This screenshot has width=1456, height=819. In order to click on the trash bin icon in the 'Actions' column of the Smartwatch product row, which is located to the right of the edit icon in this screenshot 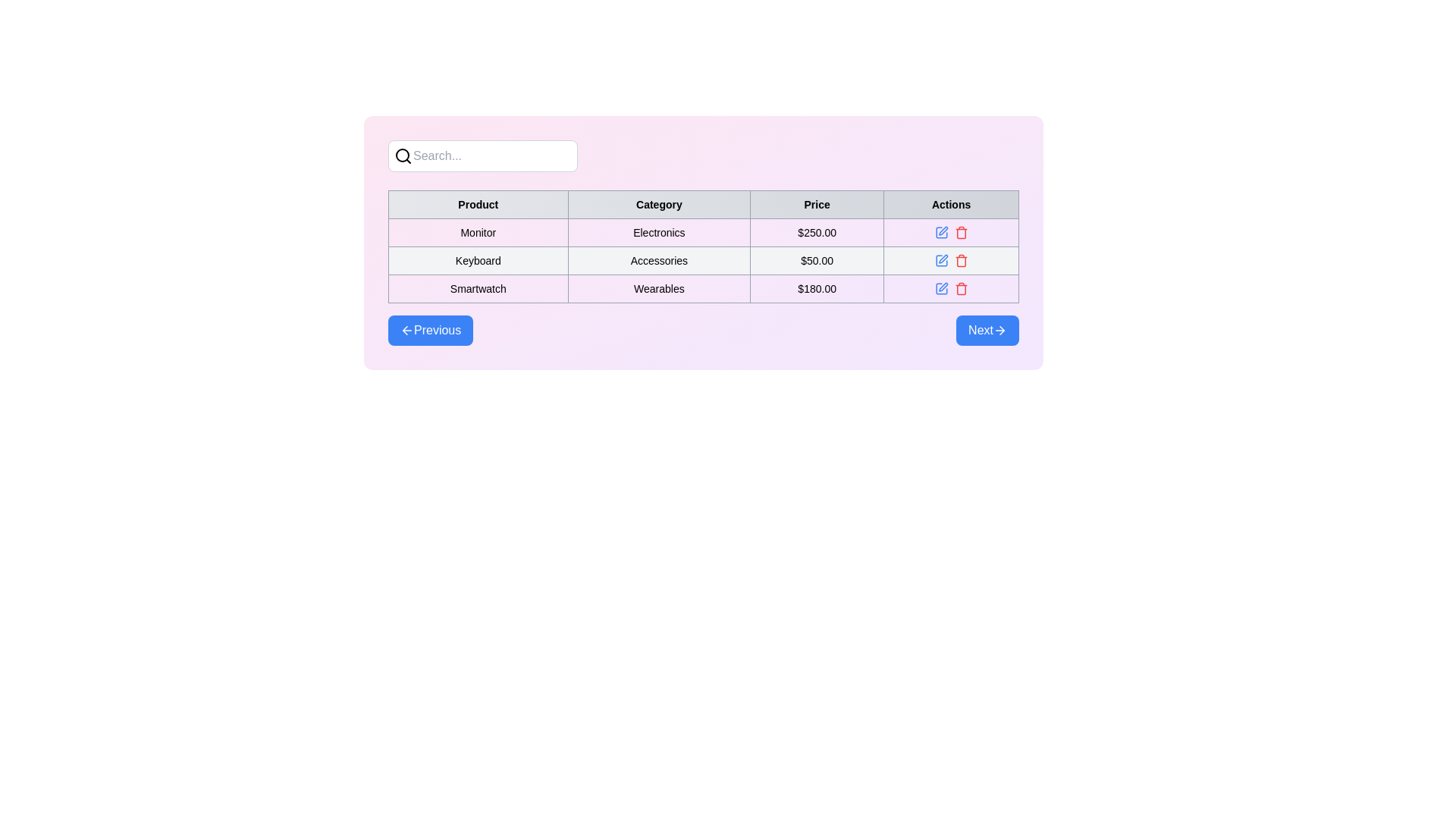, I will do `click(960, 290)`.